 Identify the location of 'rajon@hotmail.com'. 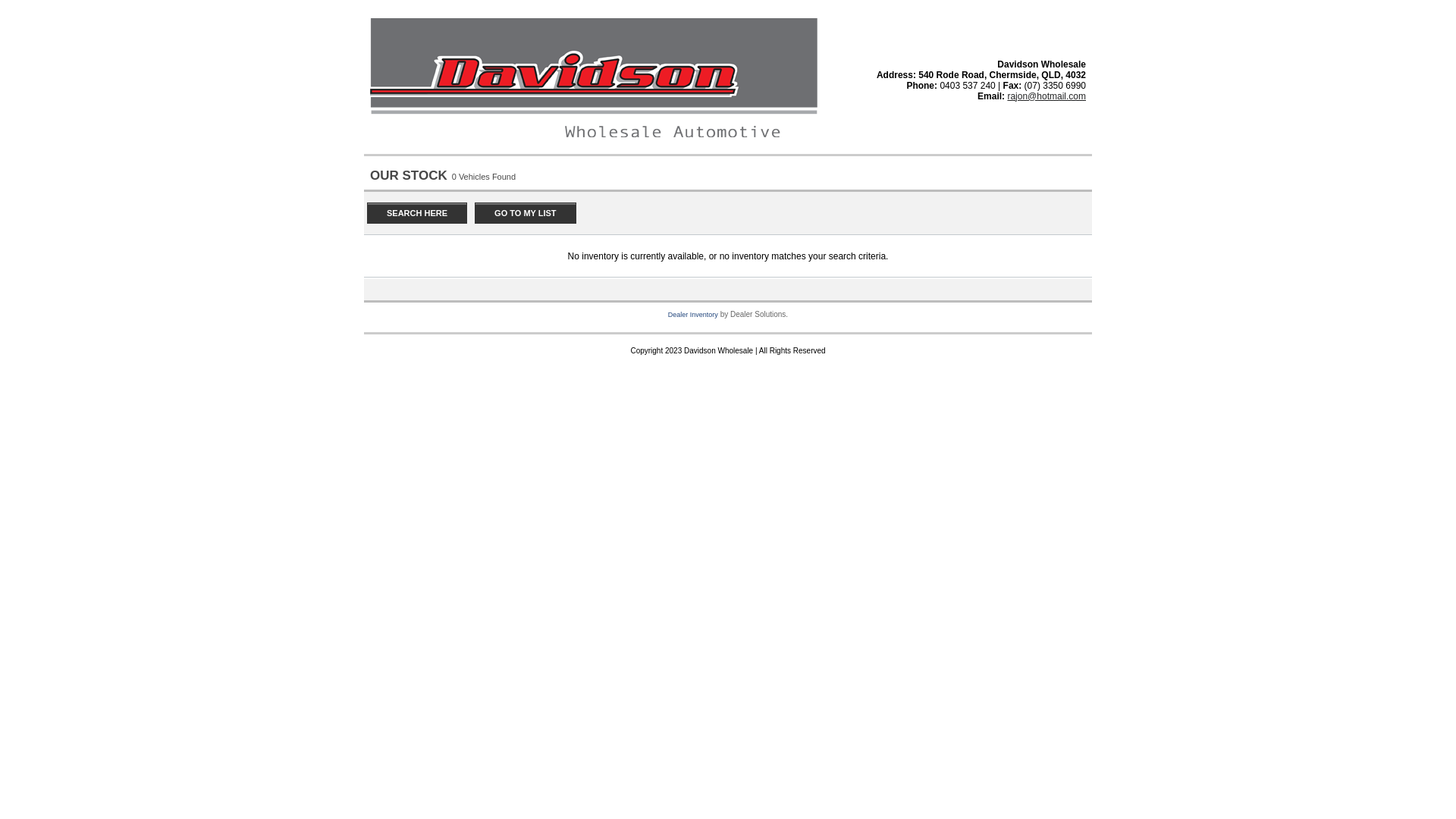
(1007, 96).